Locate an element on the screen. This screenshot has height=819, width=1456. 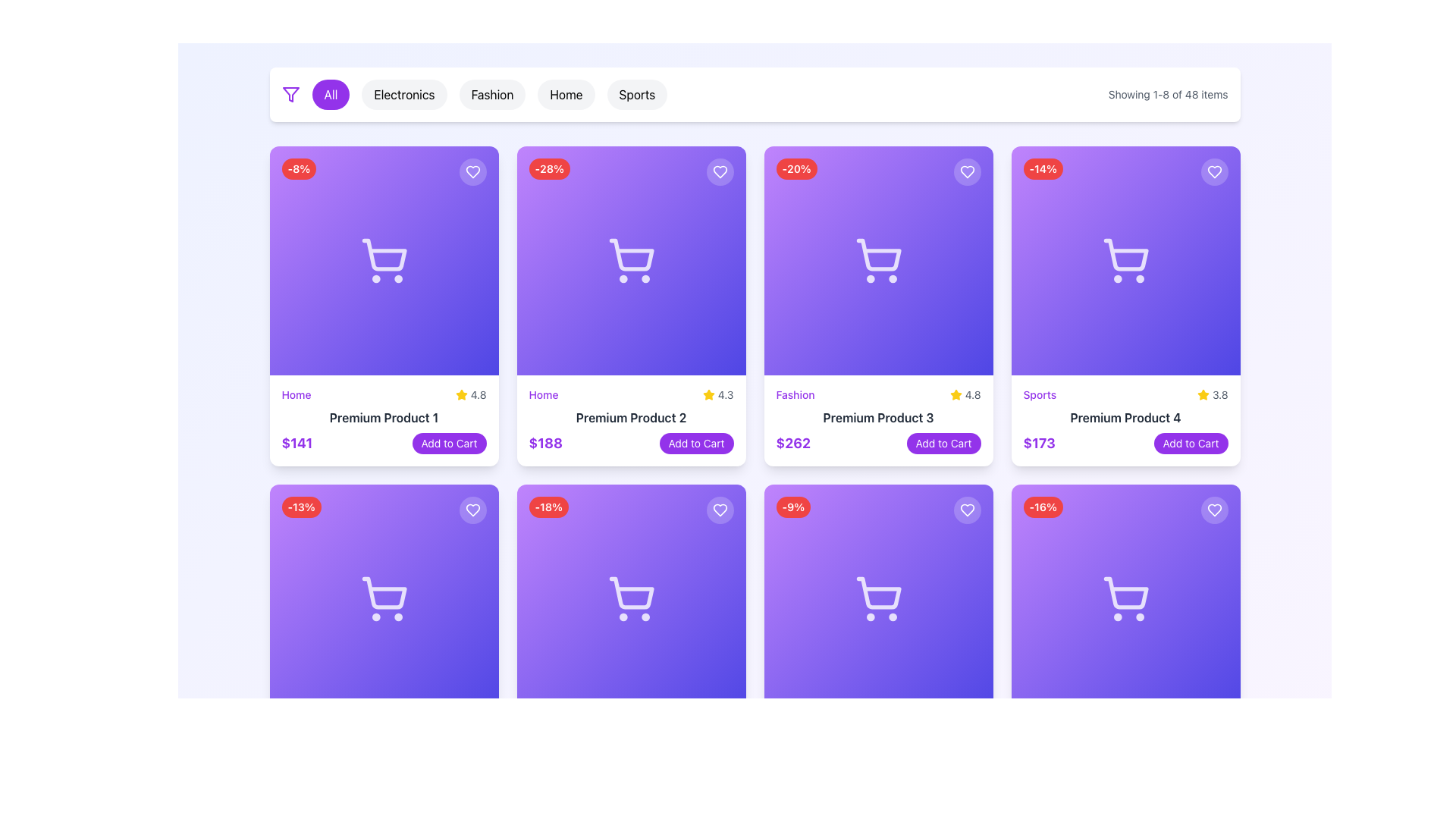
the red badge with white text reading '-8%' located in the top-left corner of the 'Premium Product 1' card is located at coordinates (299, 169).